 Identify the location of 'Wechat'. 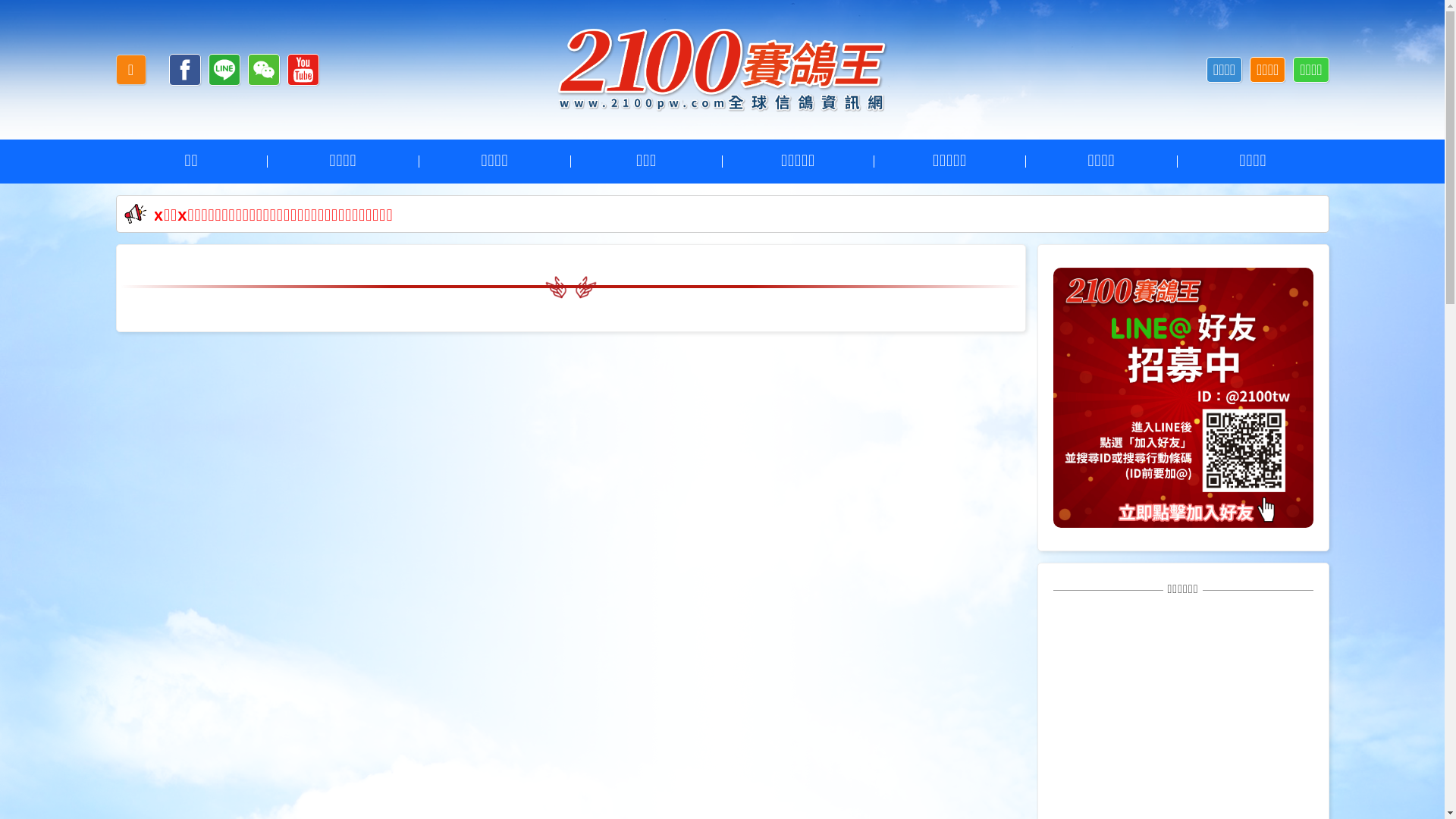
(264, 70).